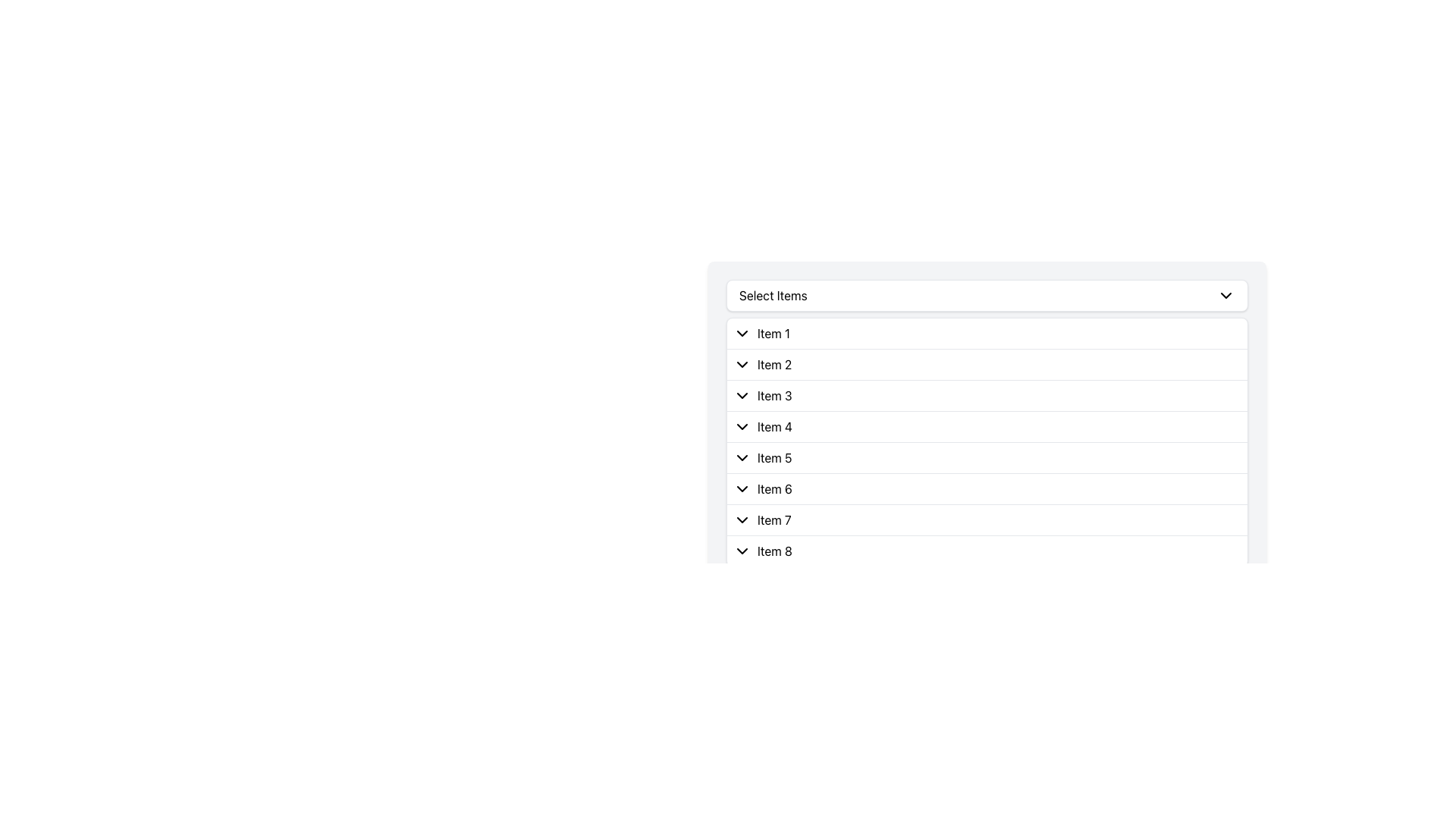  Describe the element at coordinates (742, 519) in the screenshot. I see `the downward-pointing chevron icon located to the left of the text 'Item 7' for a visual effect or tooltip` at that location.